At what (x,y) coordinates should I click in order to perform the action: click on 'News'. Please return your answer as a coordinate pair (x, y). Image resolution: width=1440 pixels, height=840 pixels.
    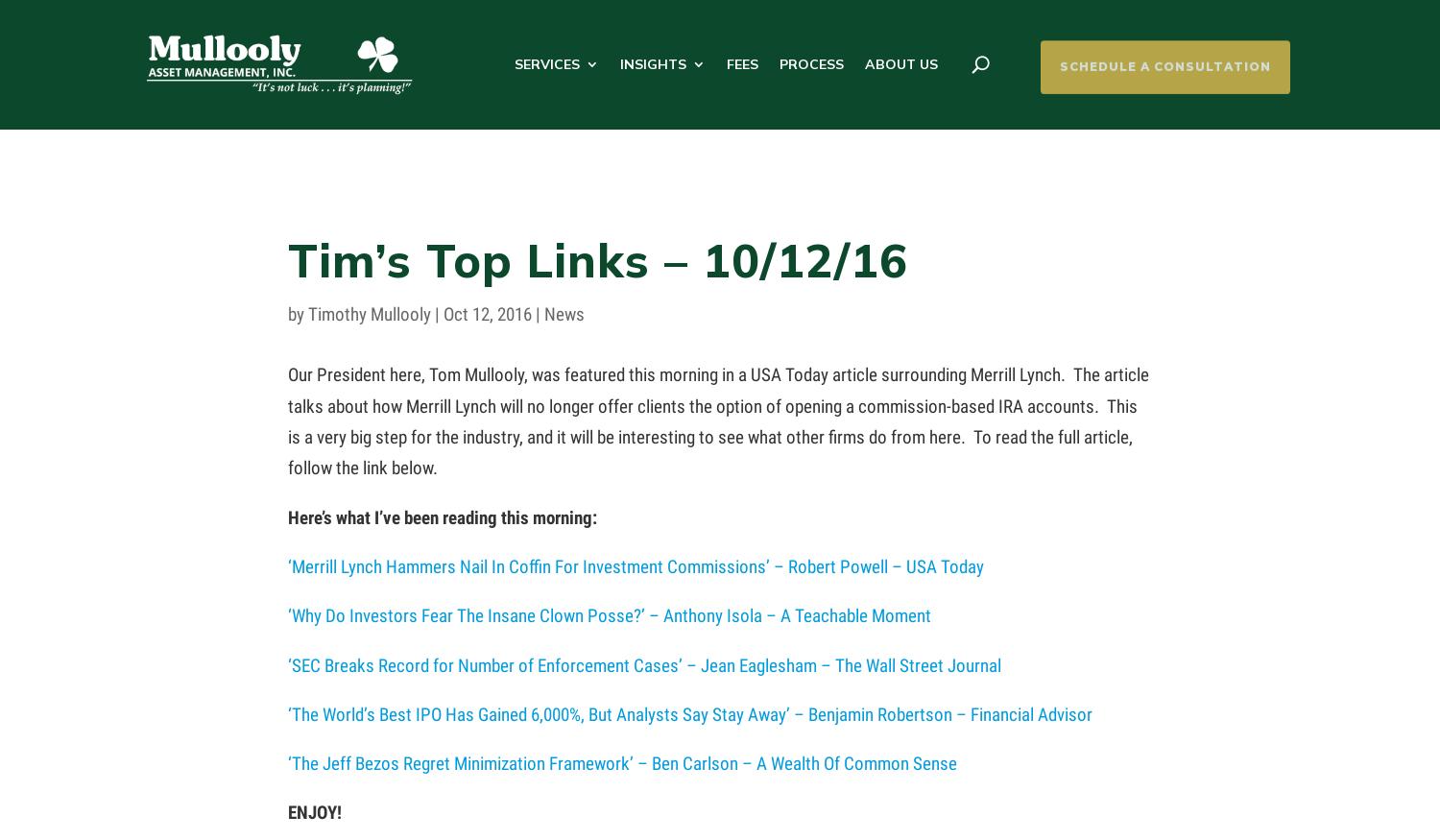
    Looking at the image, I should click on (543, 314).